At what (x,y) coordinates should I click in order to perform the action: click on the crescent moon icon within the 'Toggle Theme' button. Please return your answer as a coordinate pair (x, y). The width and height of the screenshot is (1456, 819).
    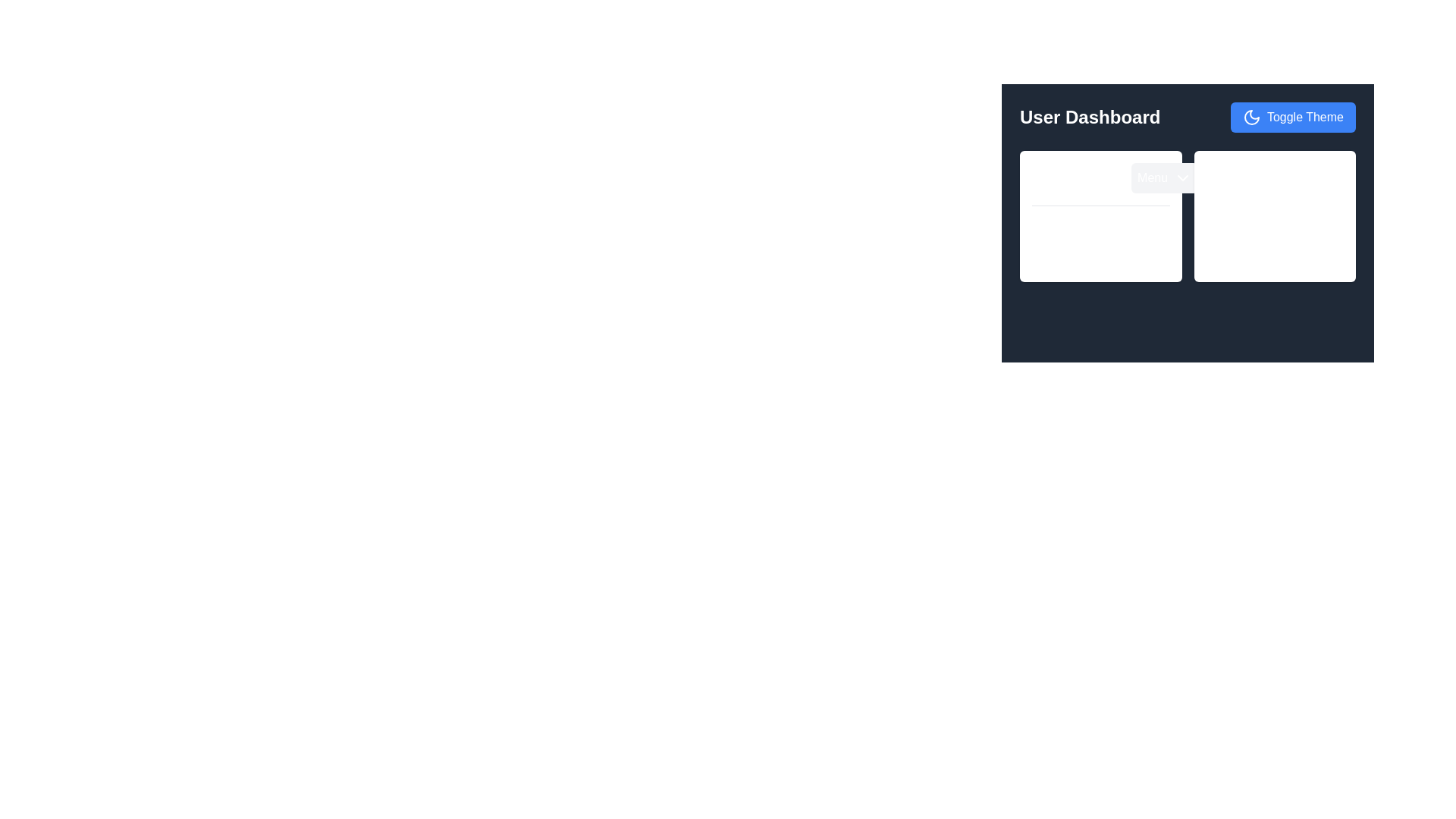
    Looking at the image, I should click on (1251, 116).